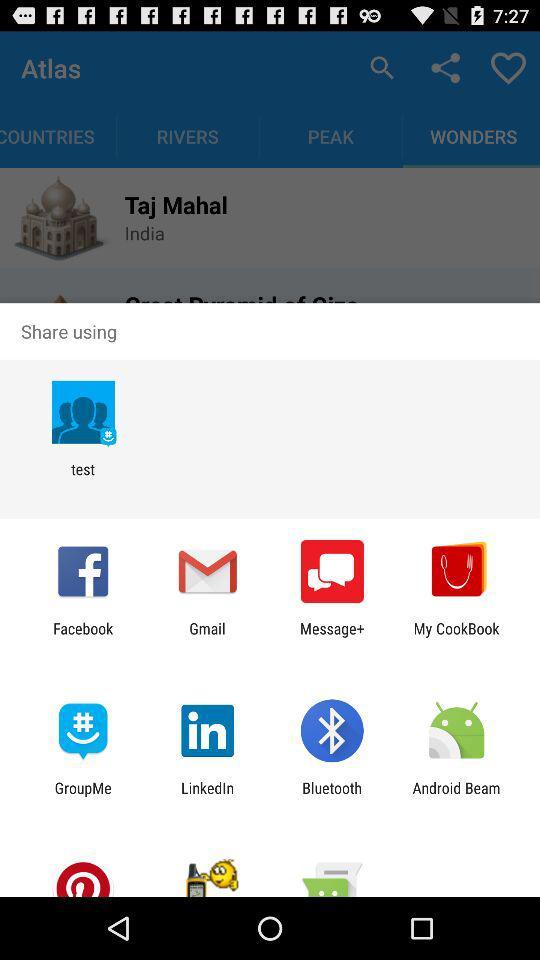 Image resolution: width=540 pixels, height=960 pixels. I want to click on gmail, so click(206, 636).